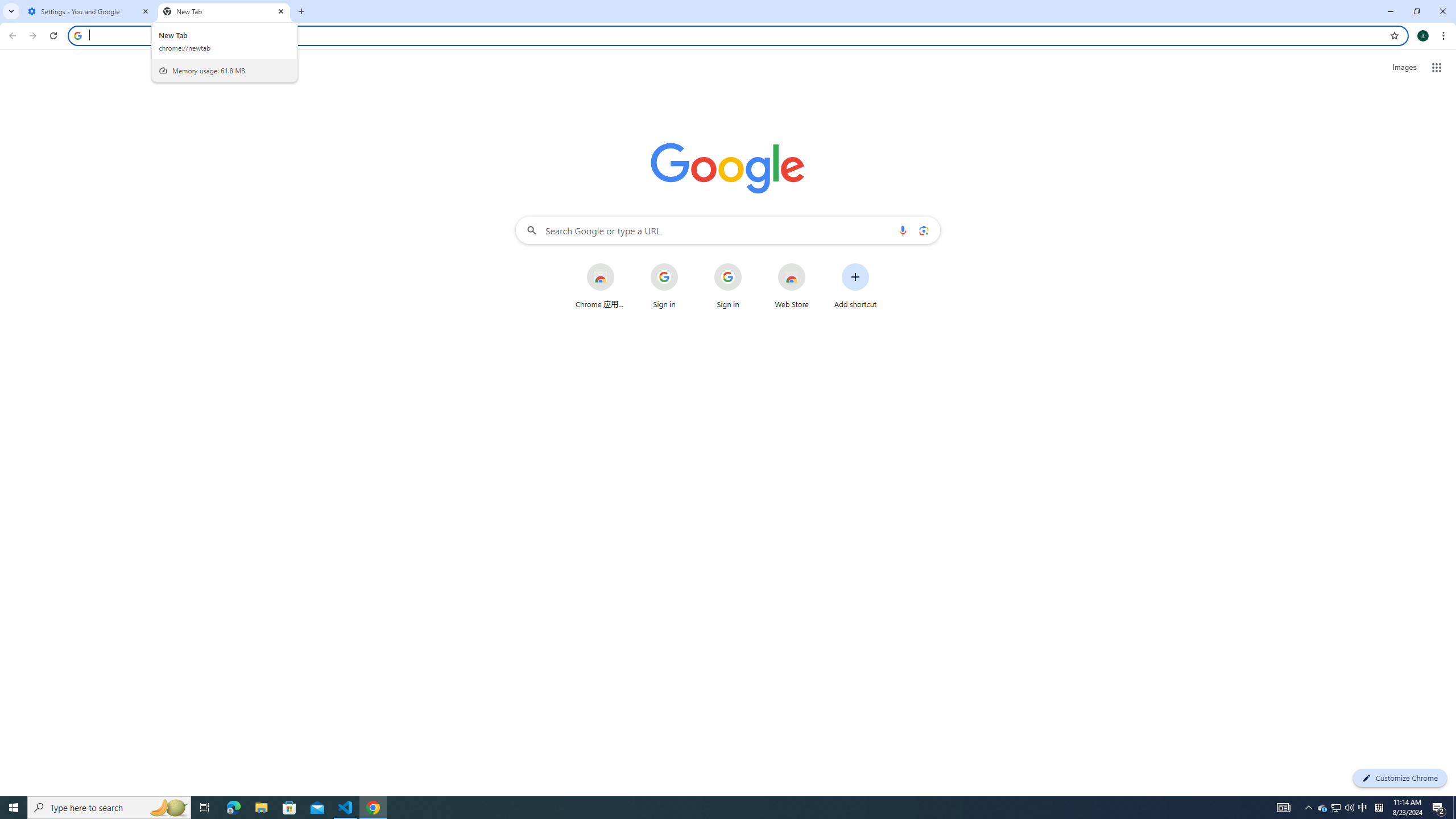  I want to click on 'More actions for Sign in shortcut', so click(750, 264).